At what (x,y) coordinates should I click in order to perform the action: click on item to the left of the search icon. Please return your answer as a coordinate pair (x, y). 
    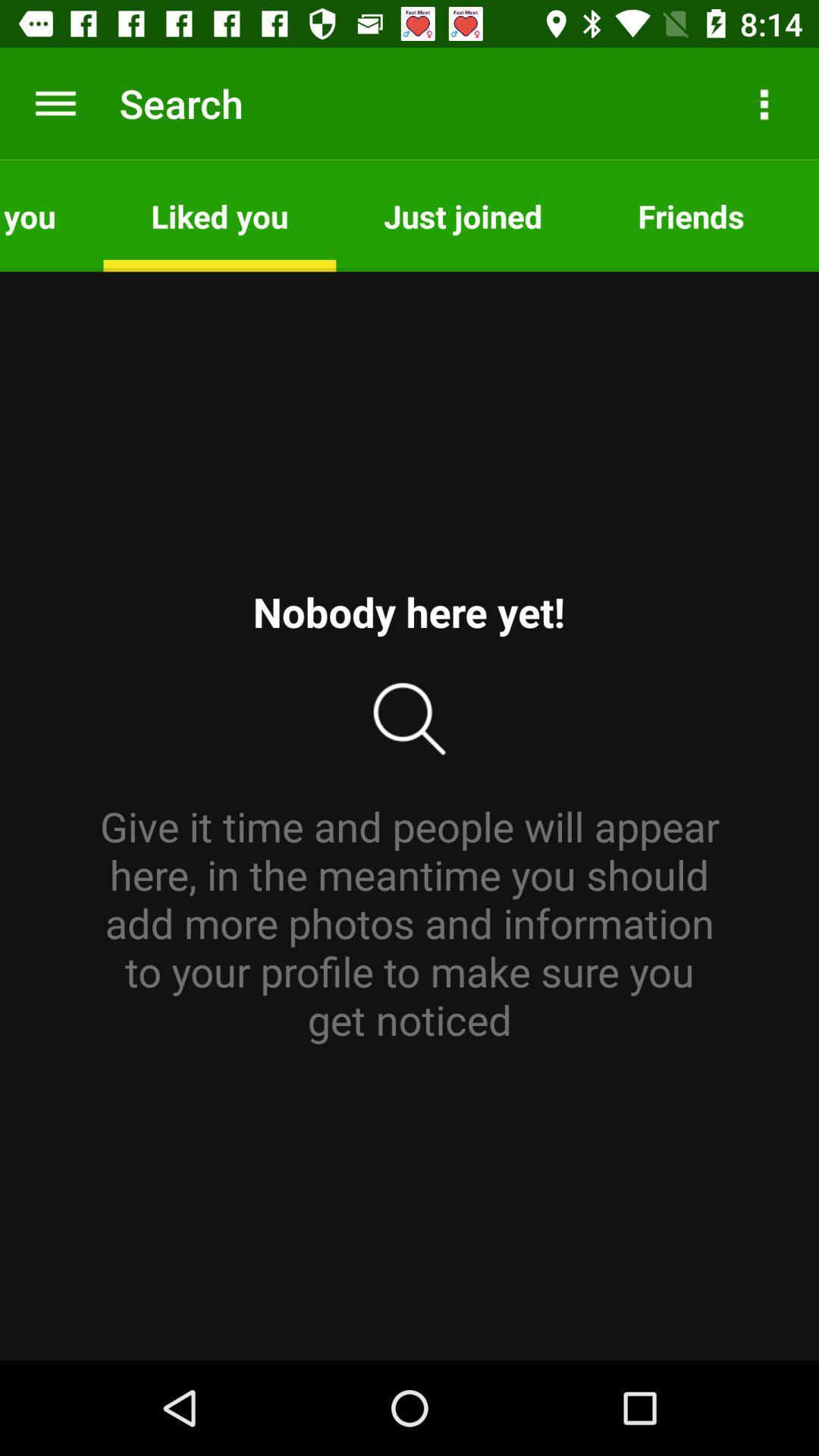
    Looking at the image, I should click on (55, 102).